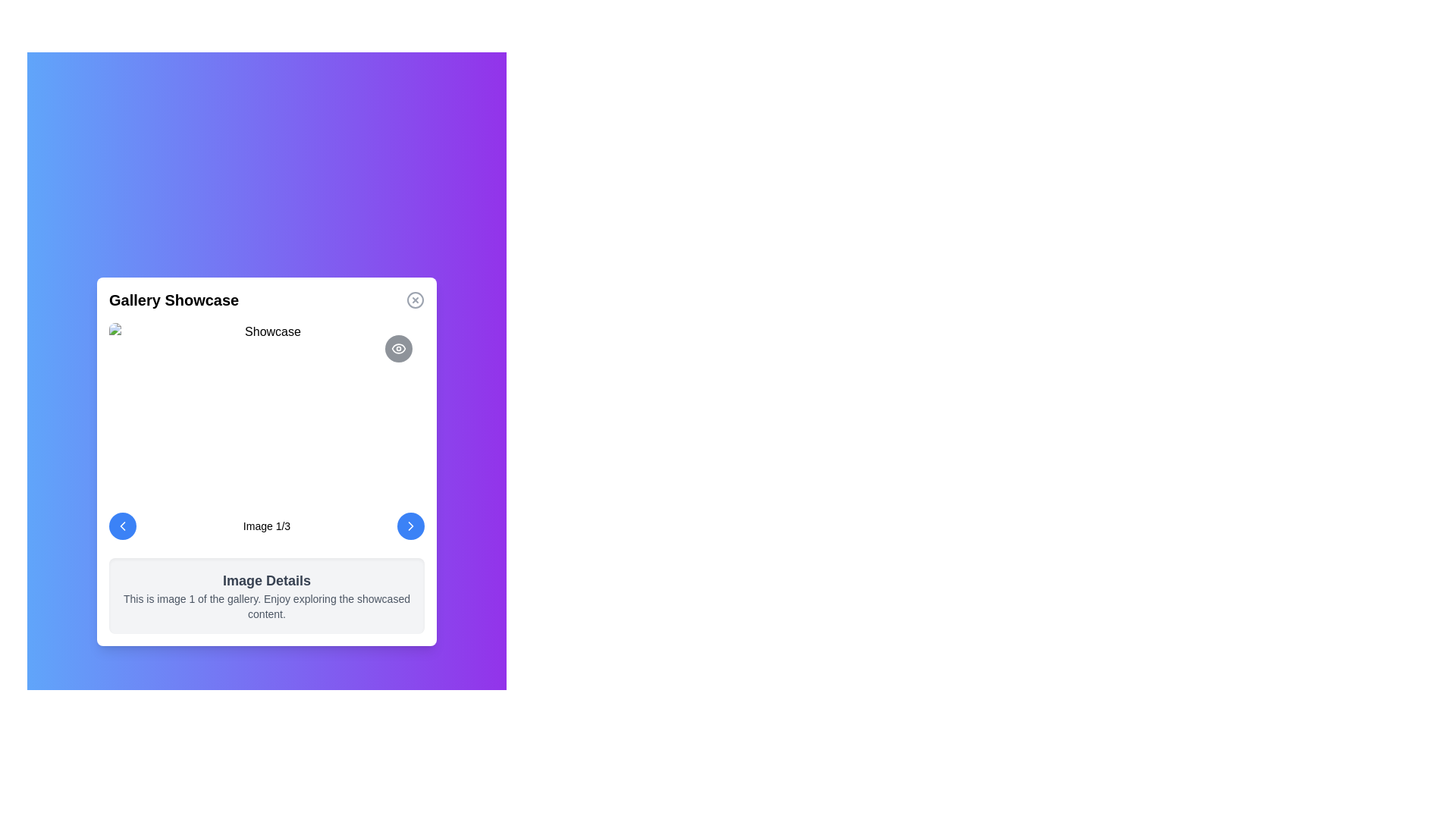  I want to click on the navigation button located at the bottom-right corner of the gallery card interface, so click(411, 526).